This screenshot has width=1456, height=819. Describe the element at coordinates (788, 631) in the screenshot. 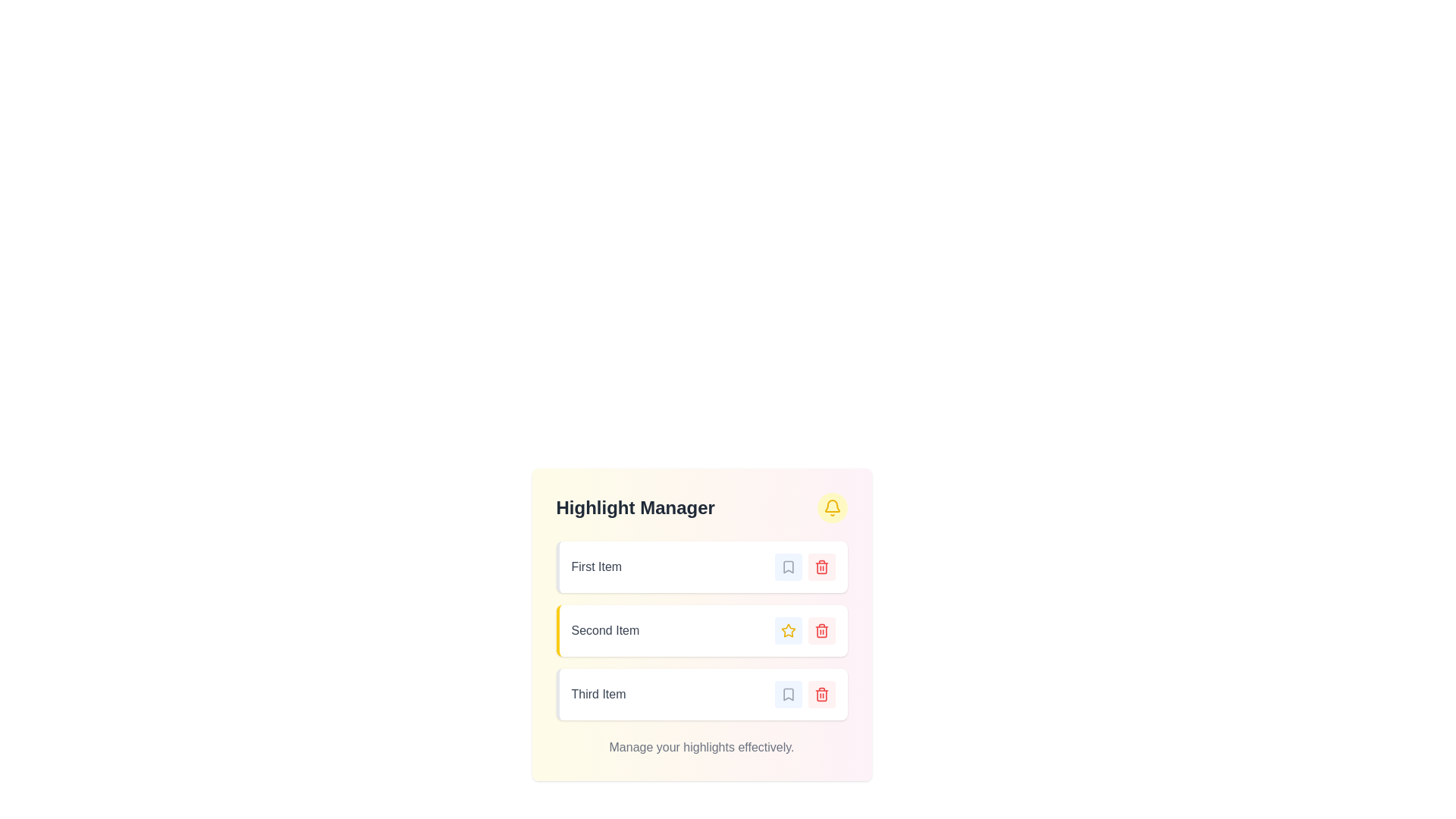

I see `the yellow star-shaped icon located in the 'Second Item' row of the 'Highlight Manager' section` at that location.